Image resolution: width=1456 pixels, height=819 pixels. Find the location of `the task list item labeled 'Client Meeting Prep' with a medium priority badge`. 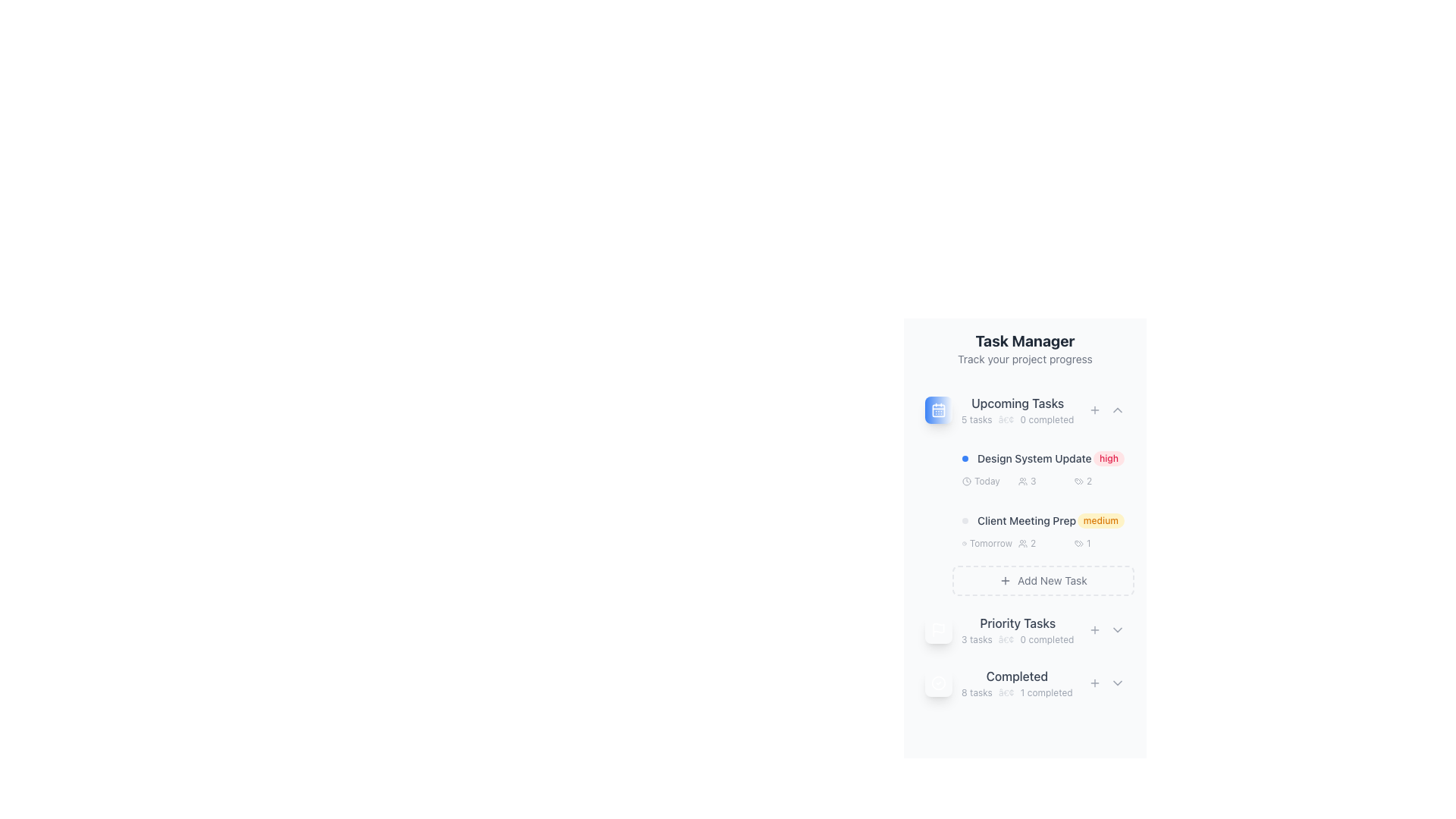

the task list item labeled 'Client Meeting Prep' with a medium priority badge is located at coordinates (1043, 531).